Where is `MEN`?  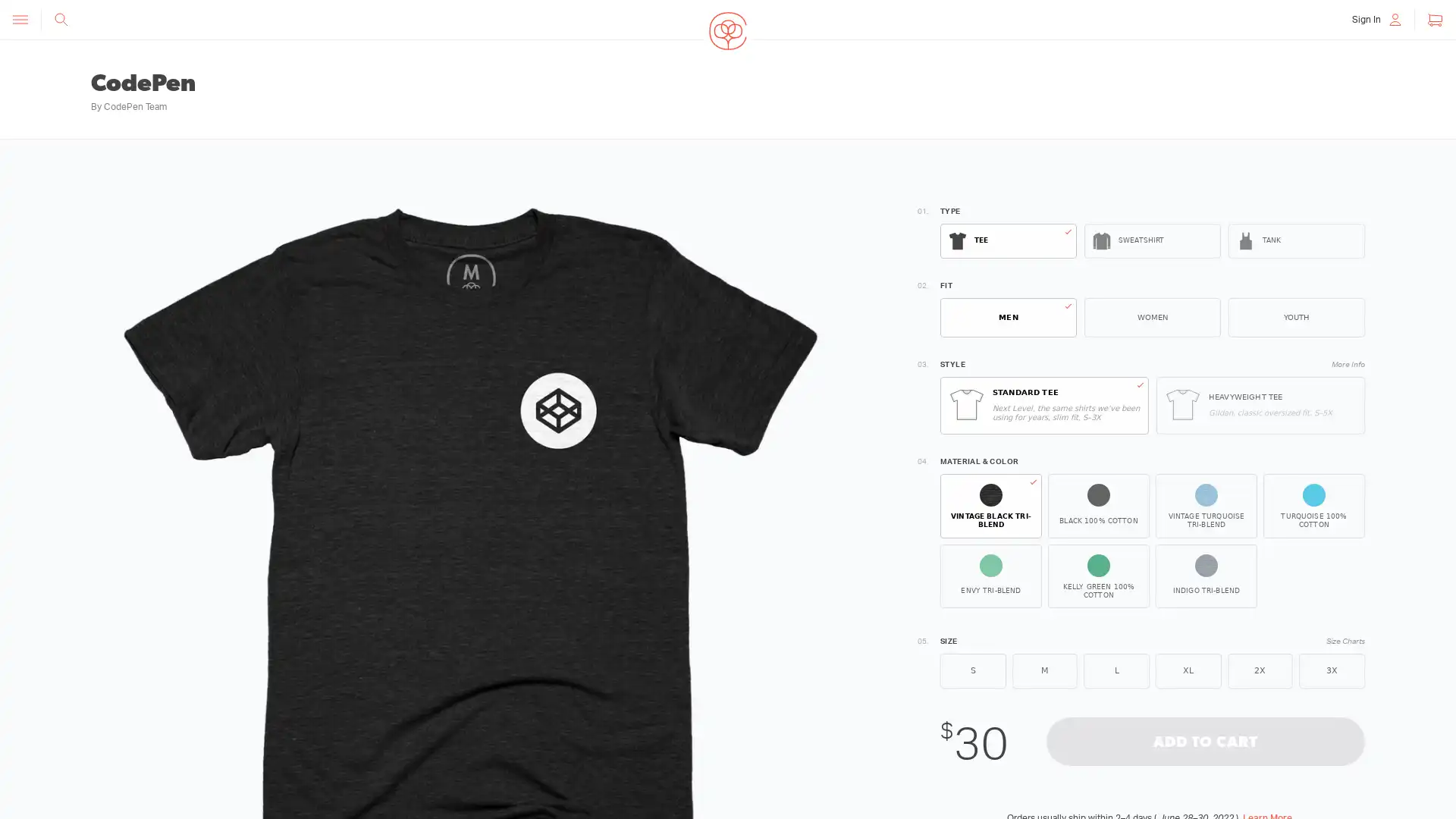
MEN is located at coordinates (1008, 317).